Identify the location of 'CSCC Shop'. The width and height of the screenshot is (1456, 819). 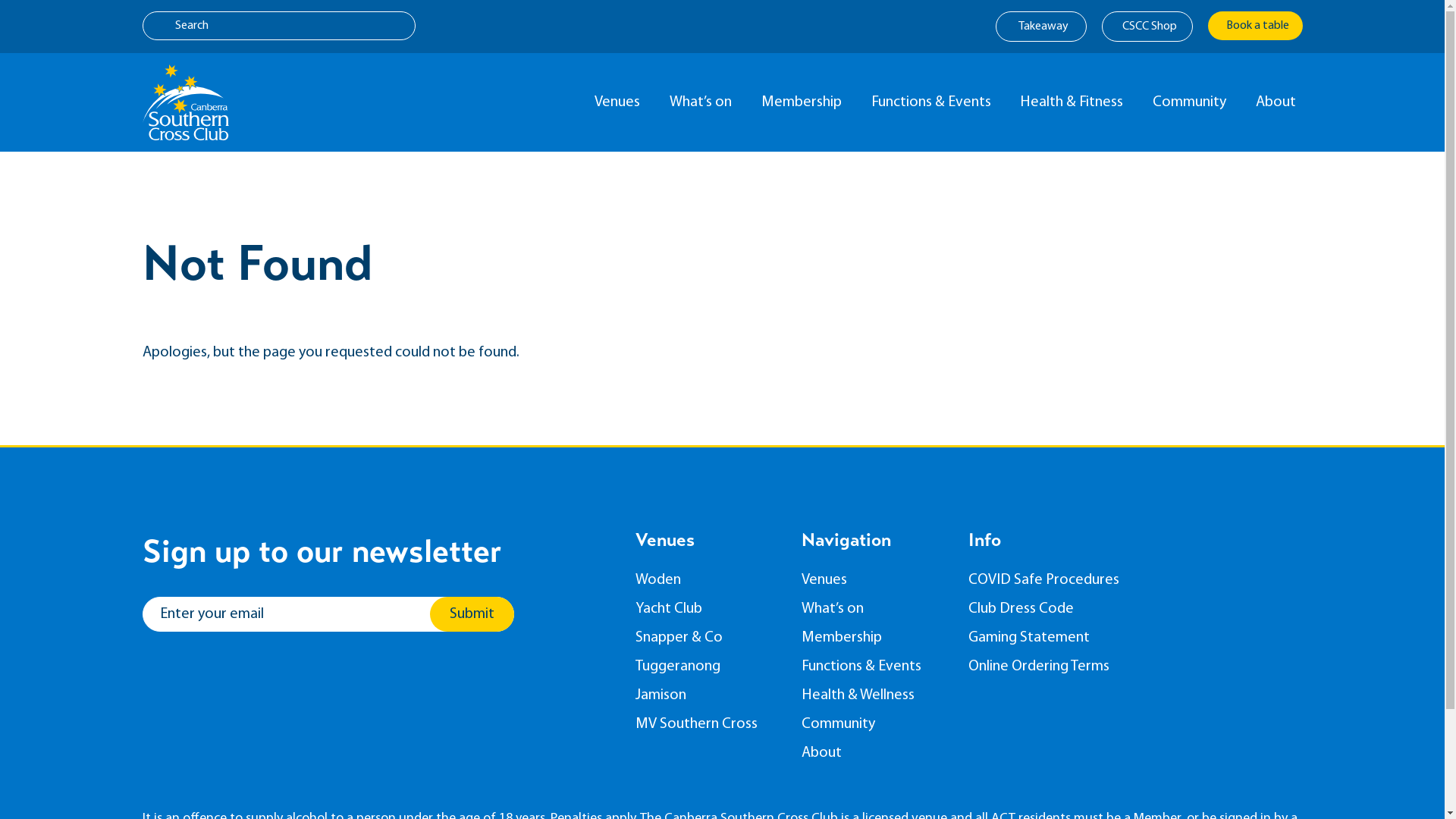
(1147, 26).